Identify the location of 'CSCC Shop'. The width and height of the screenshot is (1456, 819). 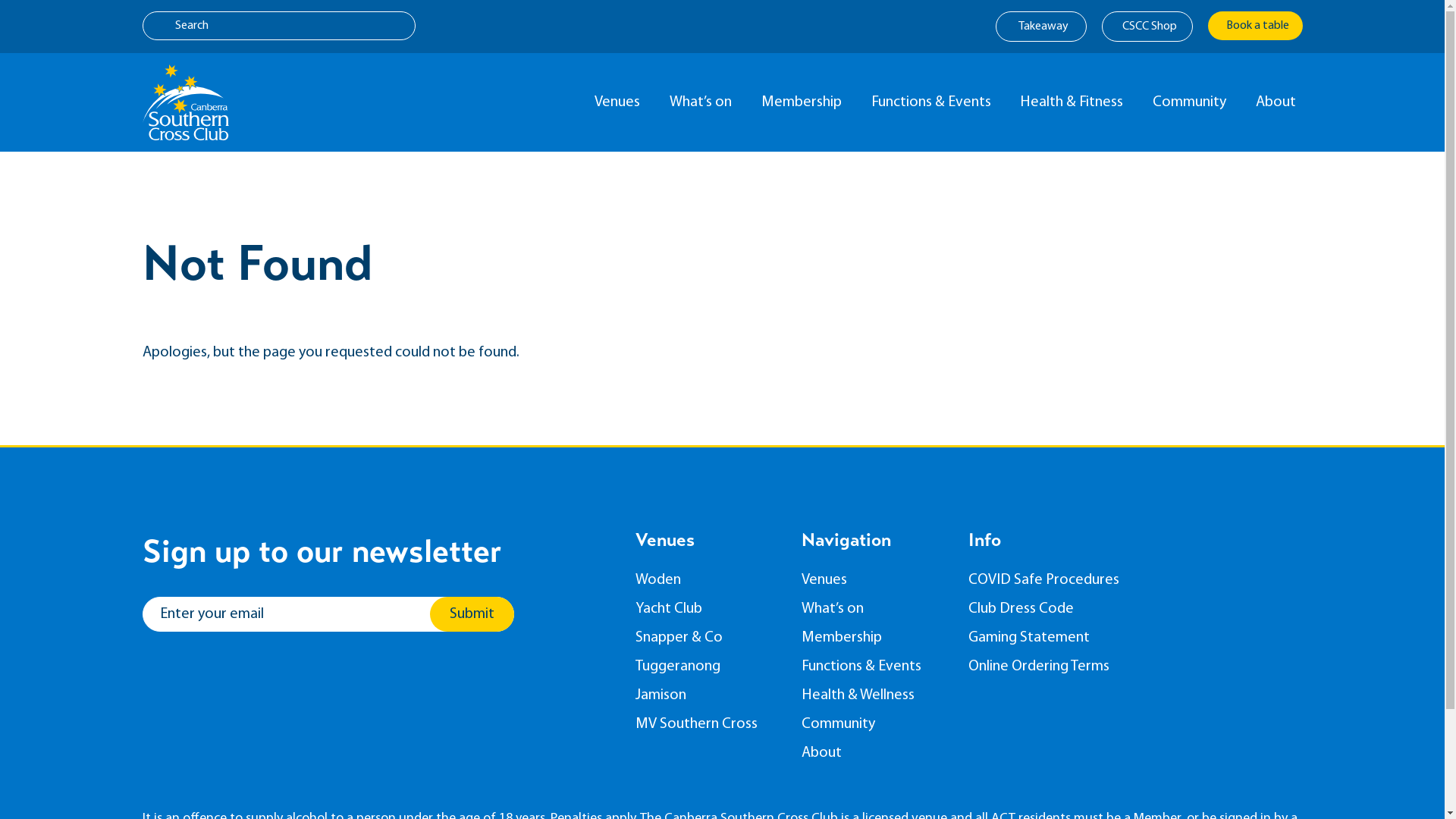
(1147, 26).